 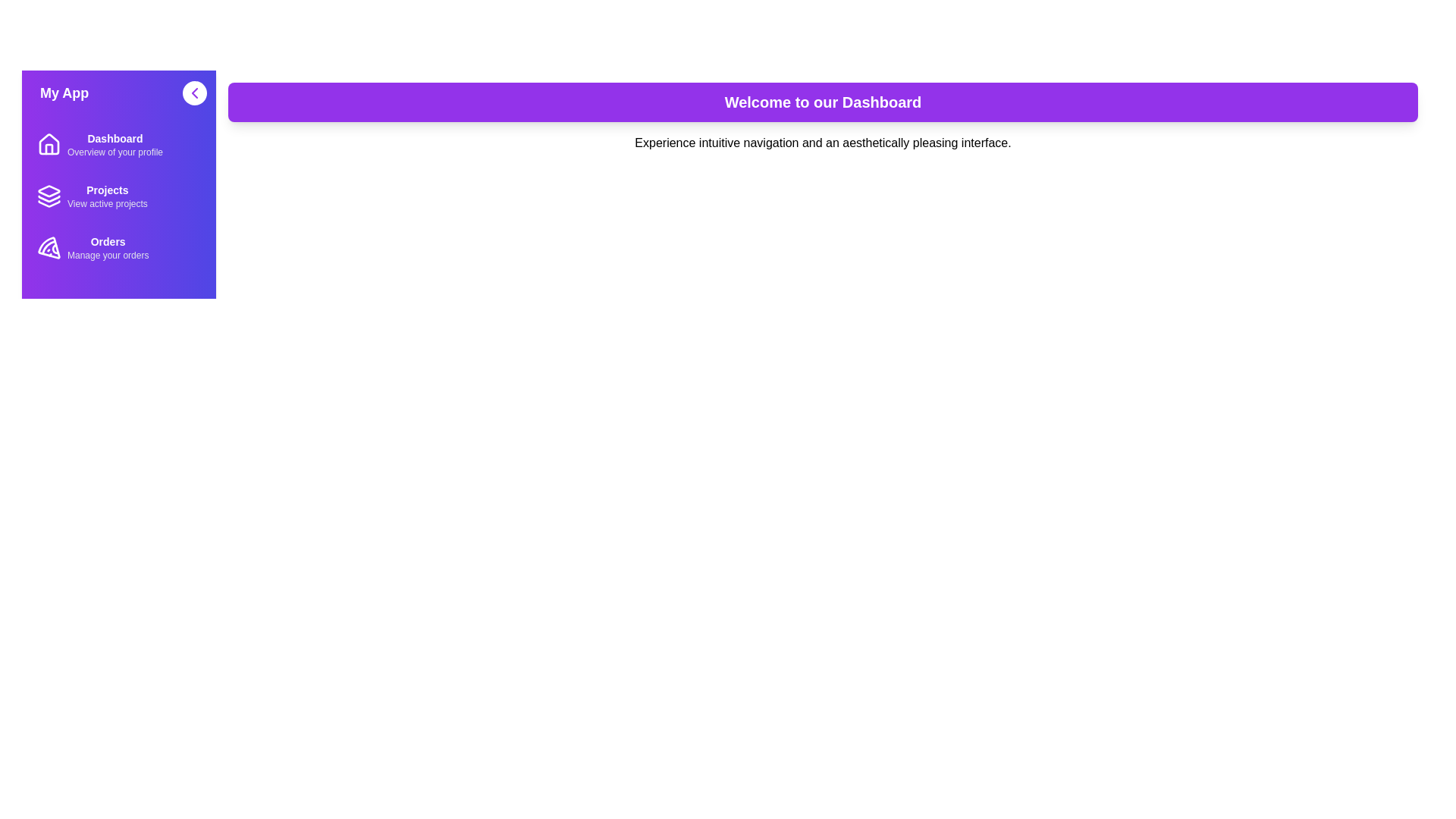 I want to click on the menu item corresponding to Projects, so click(x=118, y=195).